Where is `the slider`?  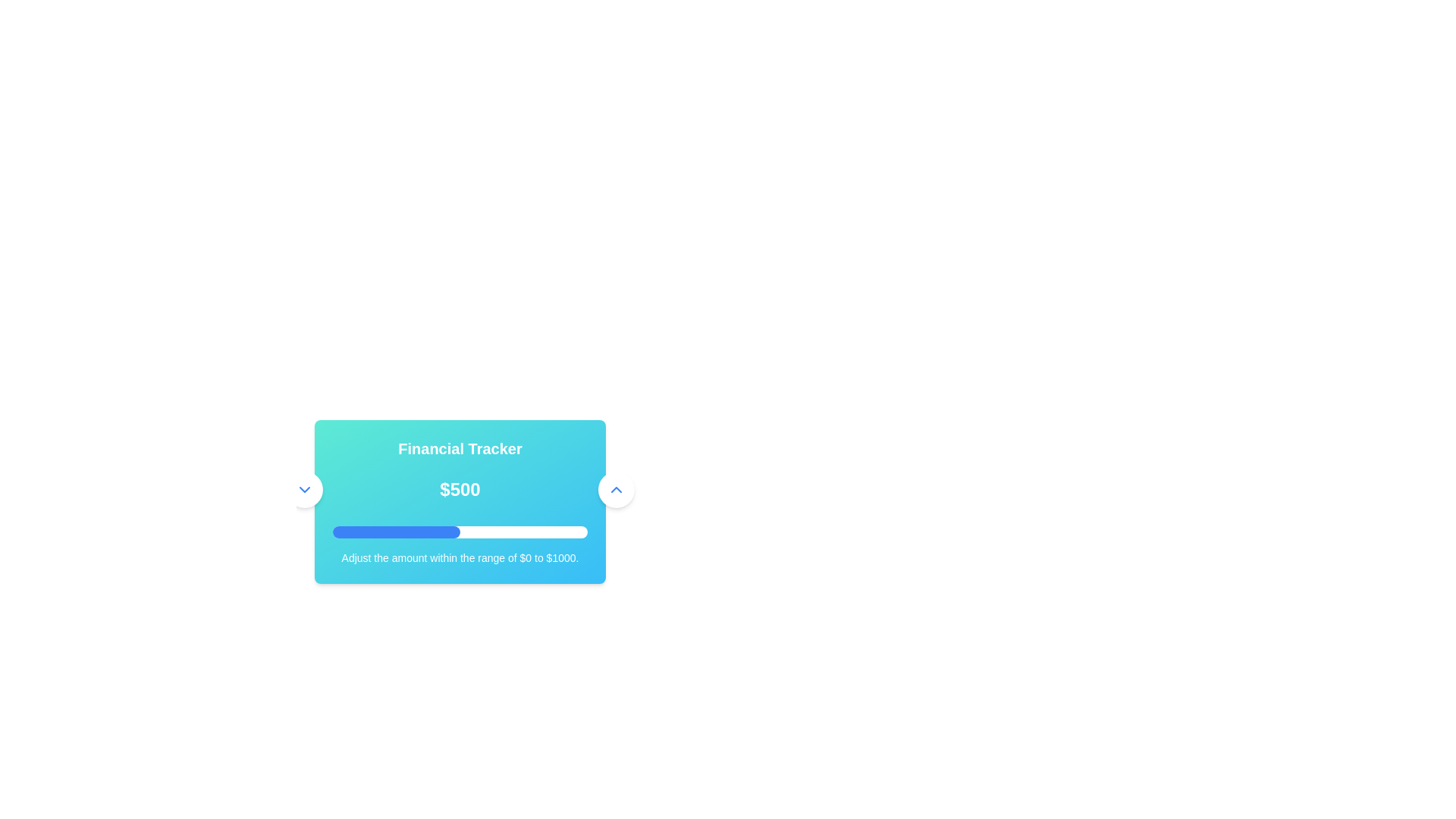 the slider is located at coordinates (535, 532).